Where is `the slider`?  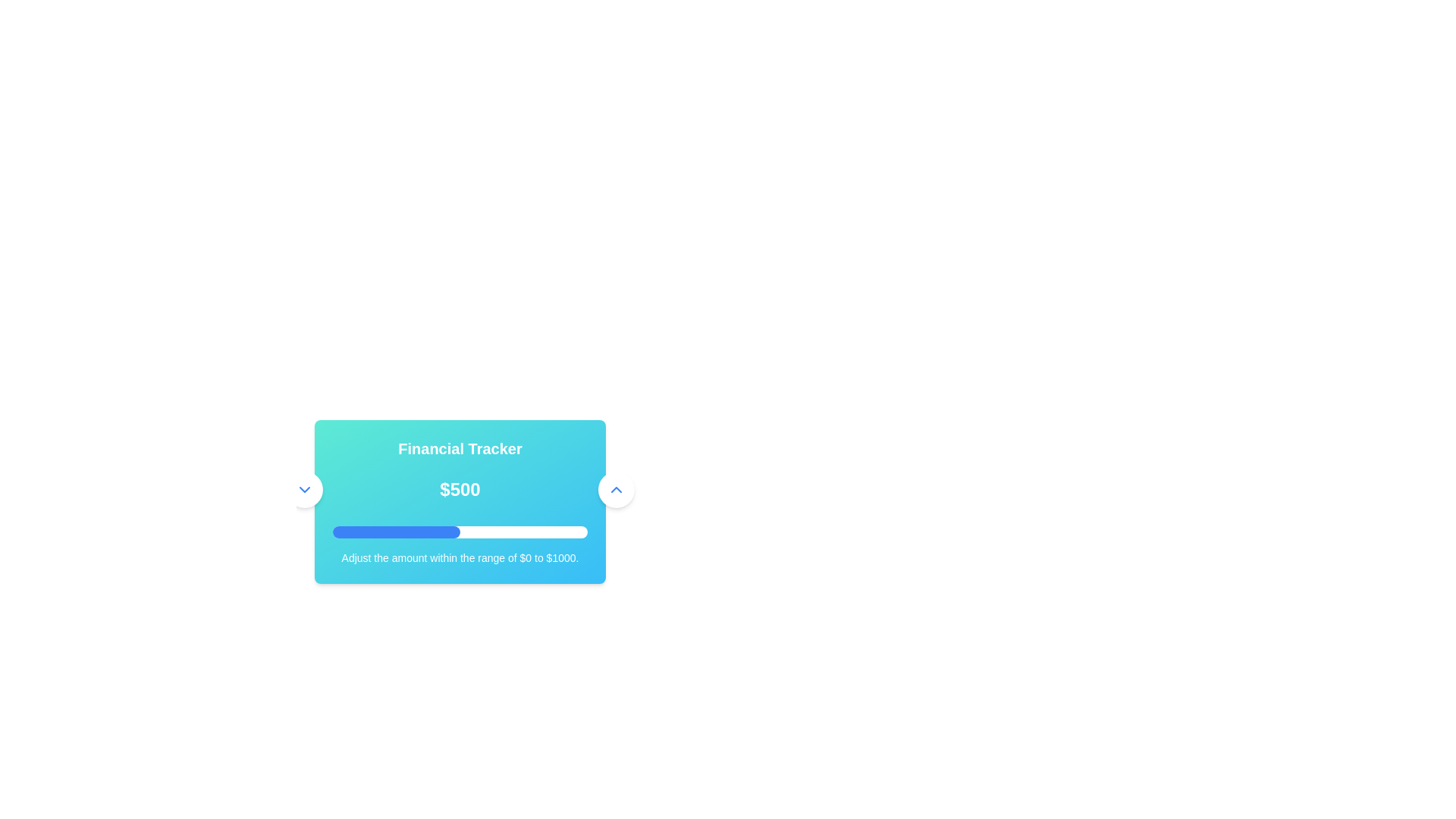 the slider is located at coordinates (535, 532).